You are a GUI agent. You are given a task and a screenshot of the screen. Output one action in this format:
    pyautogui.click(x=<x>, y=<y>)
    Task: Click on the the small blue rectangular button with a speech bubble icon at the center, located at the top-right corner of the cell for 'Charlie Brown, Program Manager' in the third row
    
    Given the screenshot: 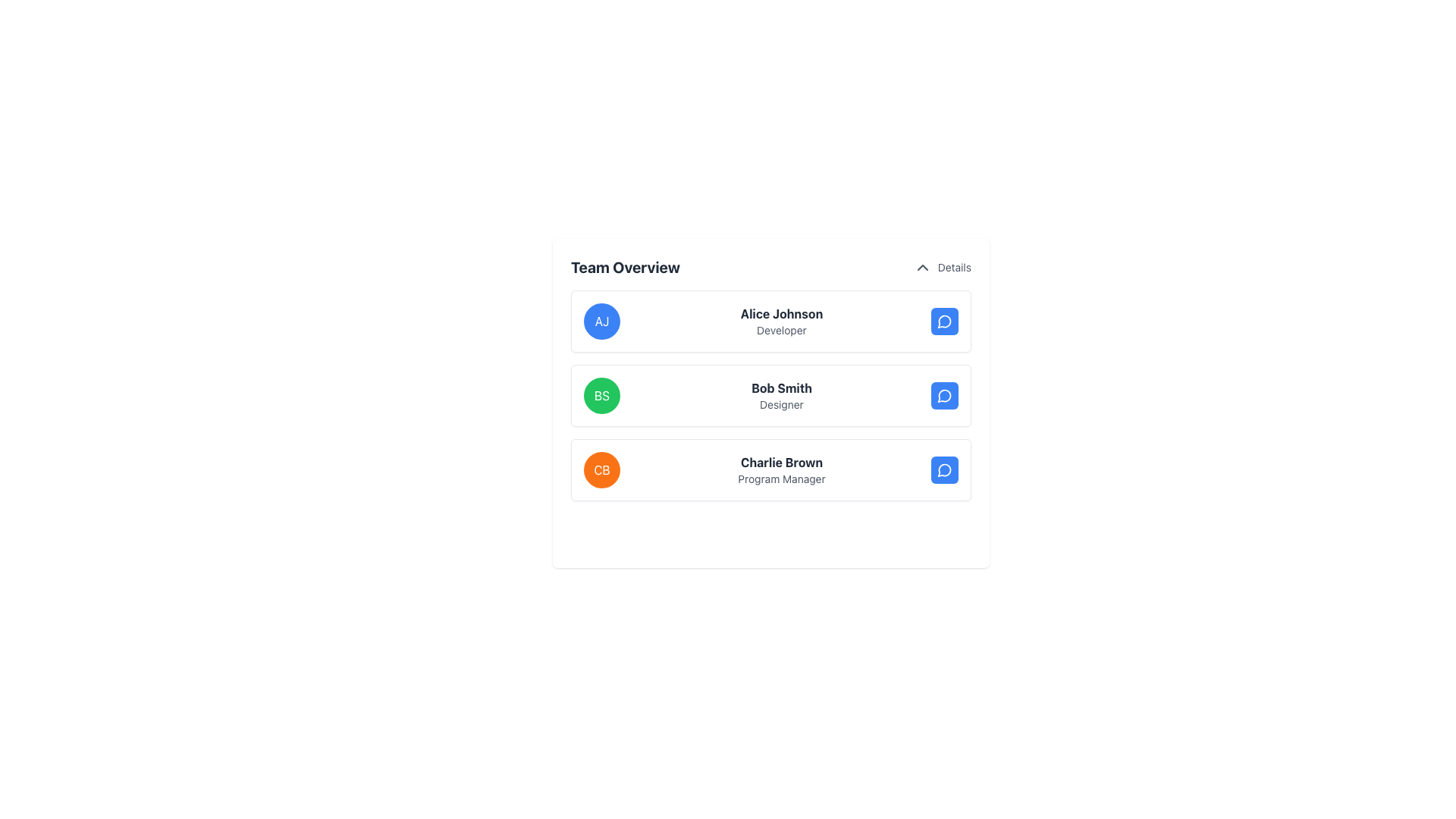 What is the action you would take?
    pyautogui.click(x=944, y=469)
    